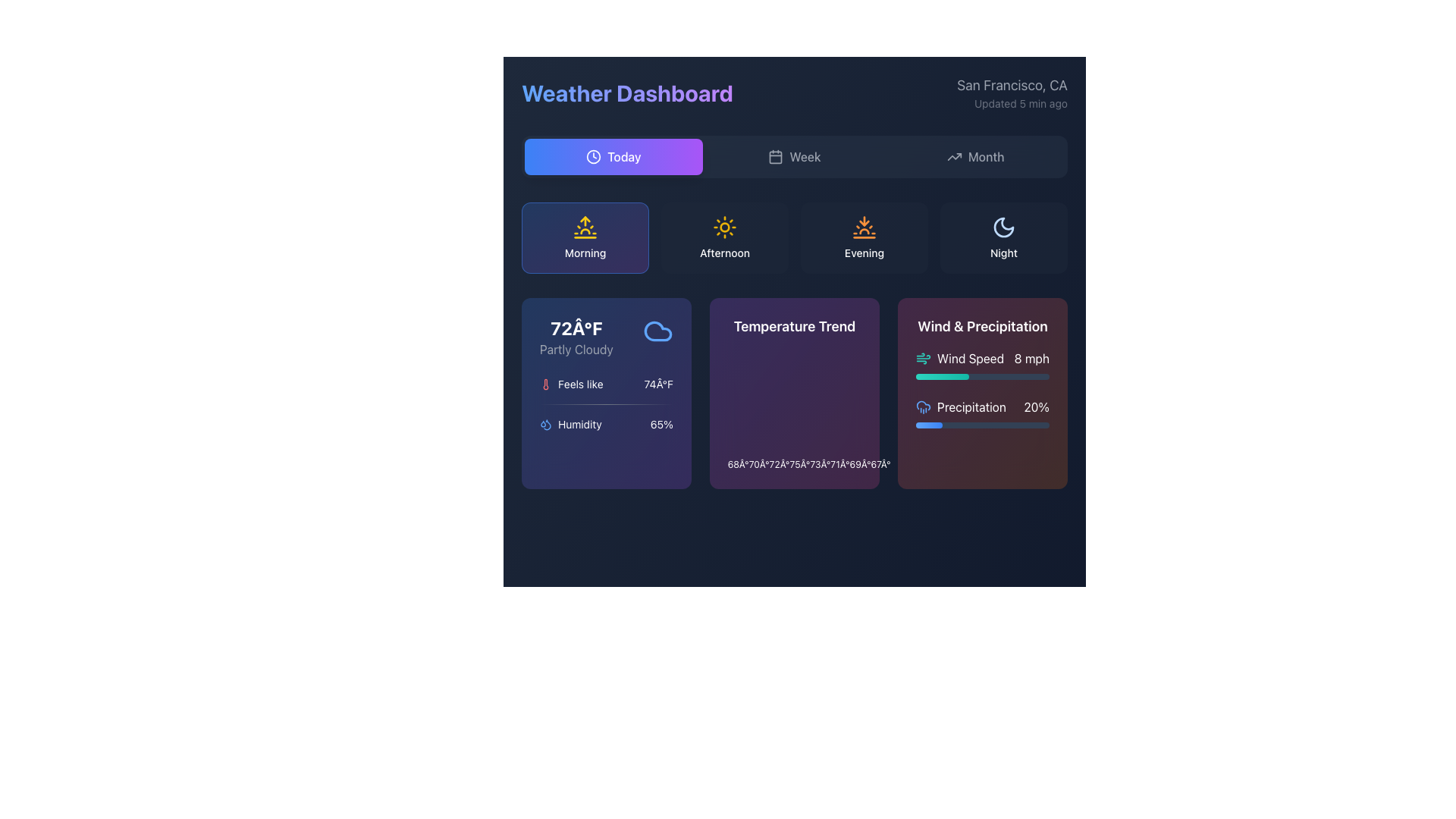 This screenshot has height=819, width=1456. What do you see at coordinates (607, 403) in the screenshot?
I see `the thin horizontal divider styled as a gradient line, located between the 'Feels like' and 'Humidity' textual elements in the weather component` at bounding box center [607, 403].